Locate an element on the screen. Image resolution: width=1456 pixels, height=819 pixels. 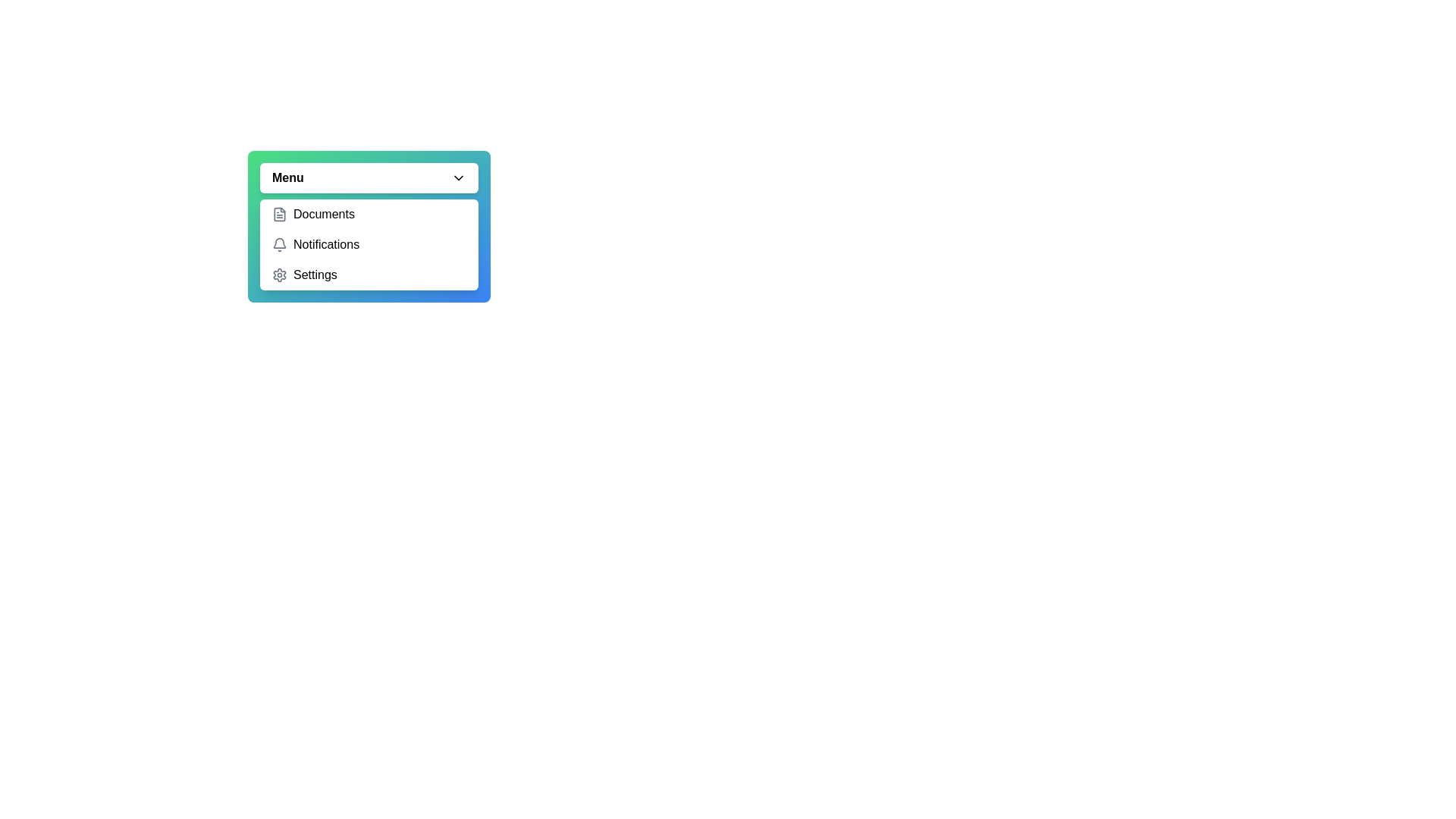
the collapsible menu icon located to the right of the 'Menu' button is located at coordinates (457, 177).